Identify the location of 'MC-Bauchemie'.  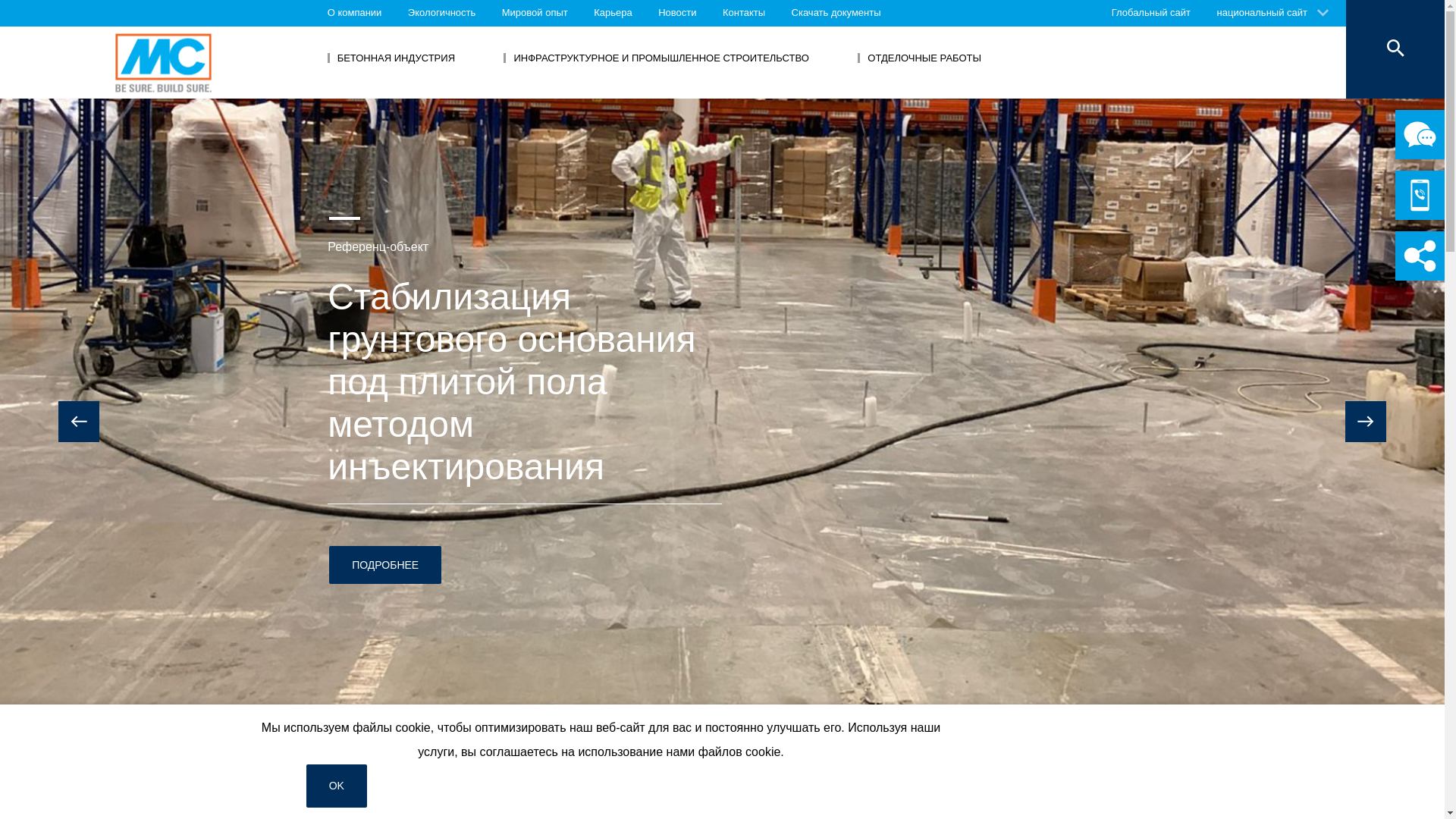
(163, 61).